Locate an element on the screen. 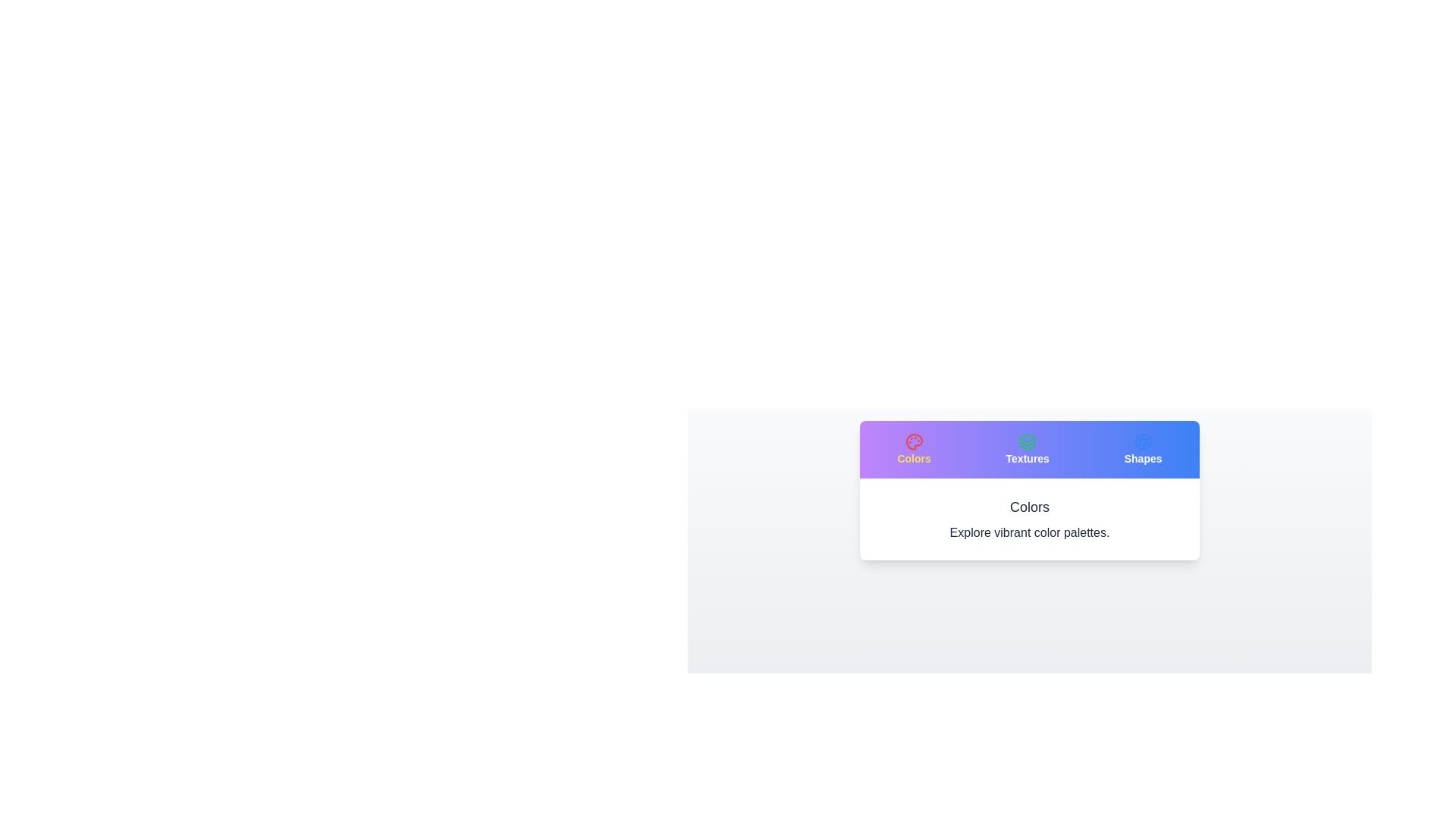 The width and height of the screenshot is (1456, 819). the tab labeled Colors is located at coordinates (912, 449).